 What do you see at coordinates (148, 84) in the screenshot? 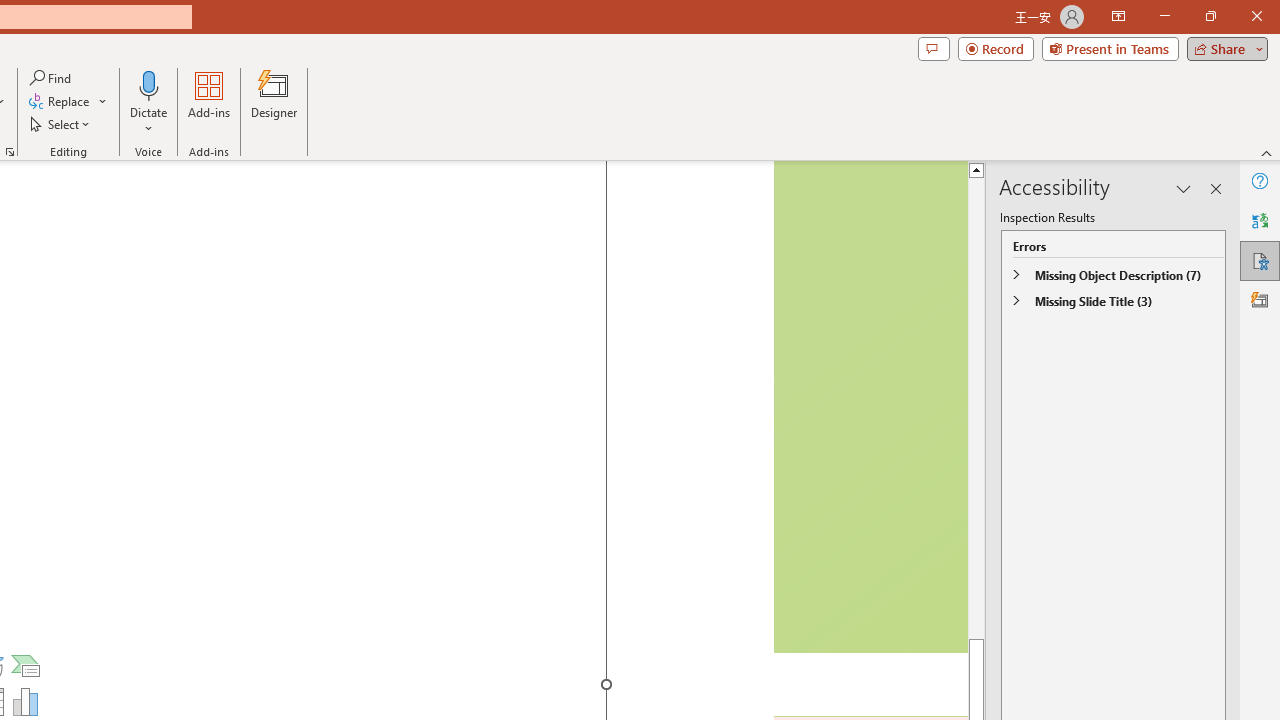
I see `'Dictate'` at bounding box center [148, 84].